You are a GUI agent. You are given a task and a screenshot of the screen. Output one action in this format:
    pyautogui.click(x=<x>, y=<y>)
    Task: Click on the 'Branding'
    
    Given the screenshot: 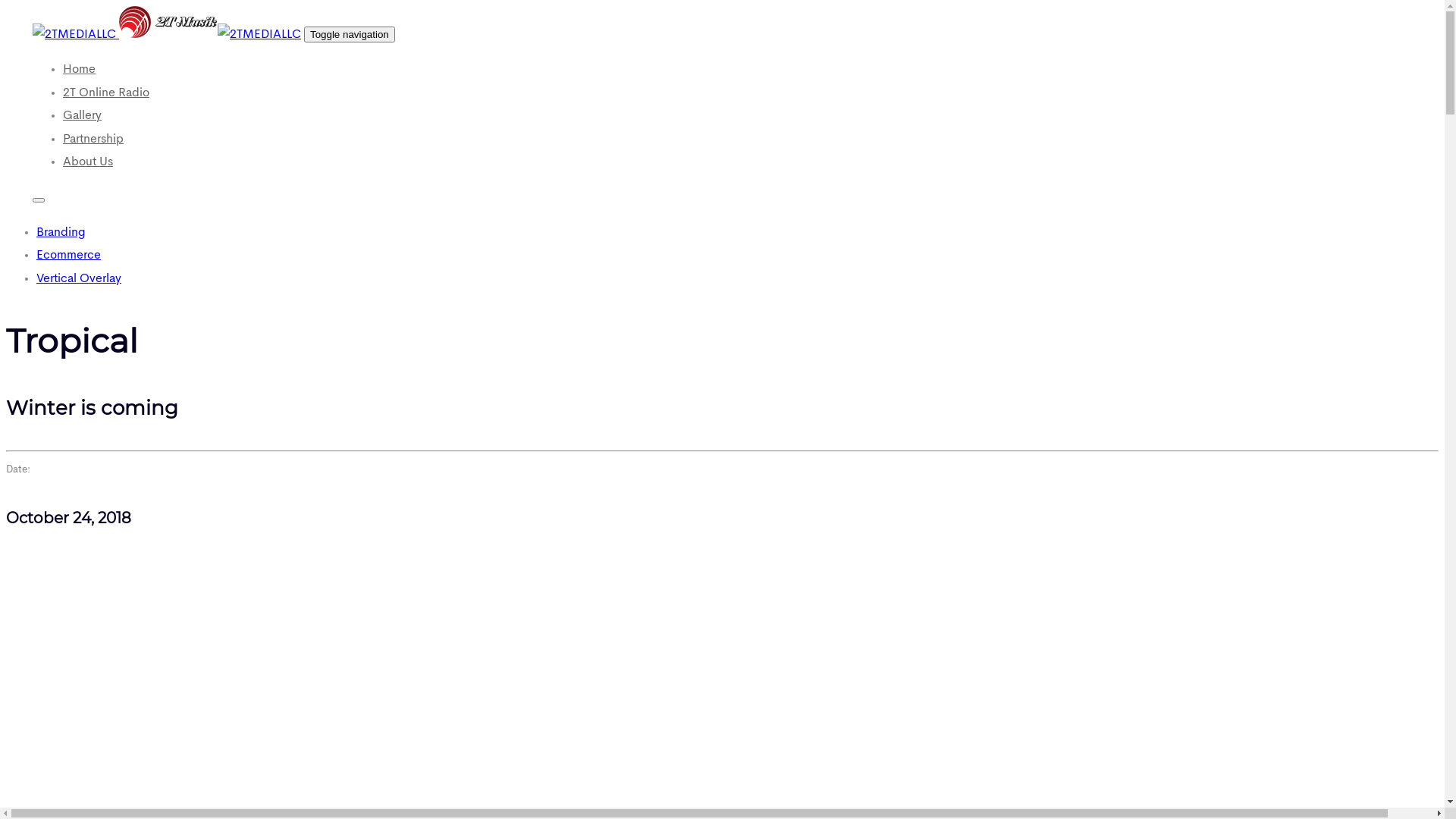 What is the action you would take?
    pyautogui.click(x=61, y=233)
    